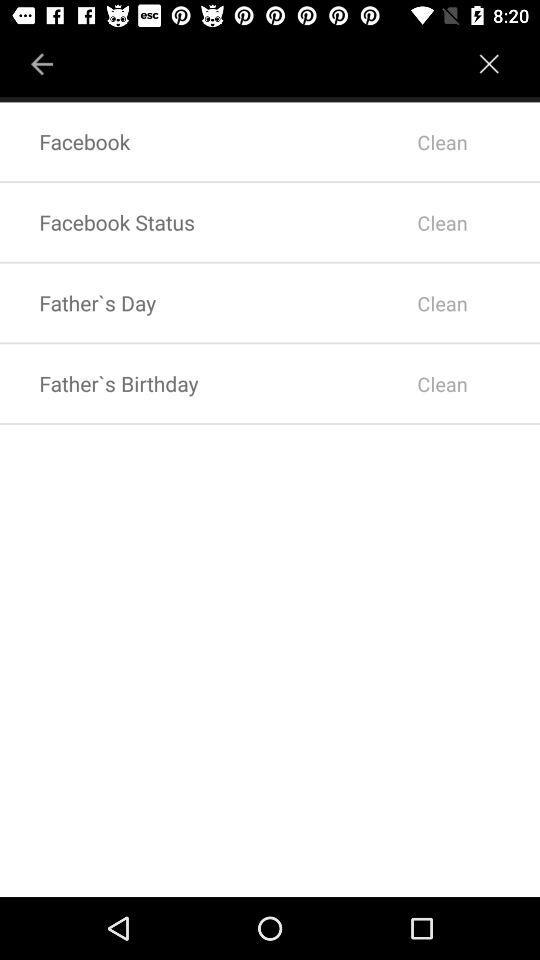  What do you see at coordinates (489, 56) in the screenshot?
I see `the close icon` at bounding box center [489, 56].